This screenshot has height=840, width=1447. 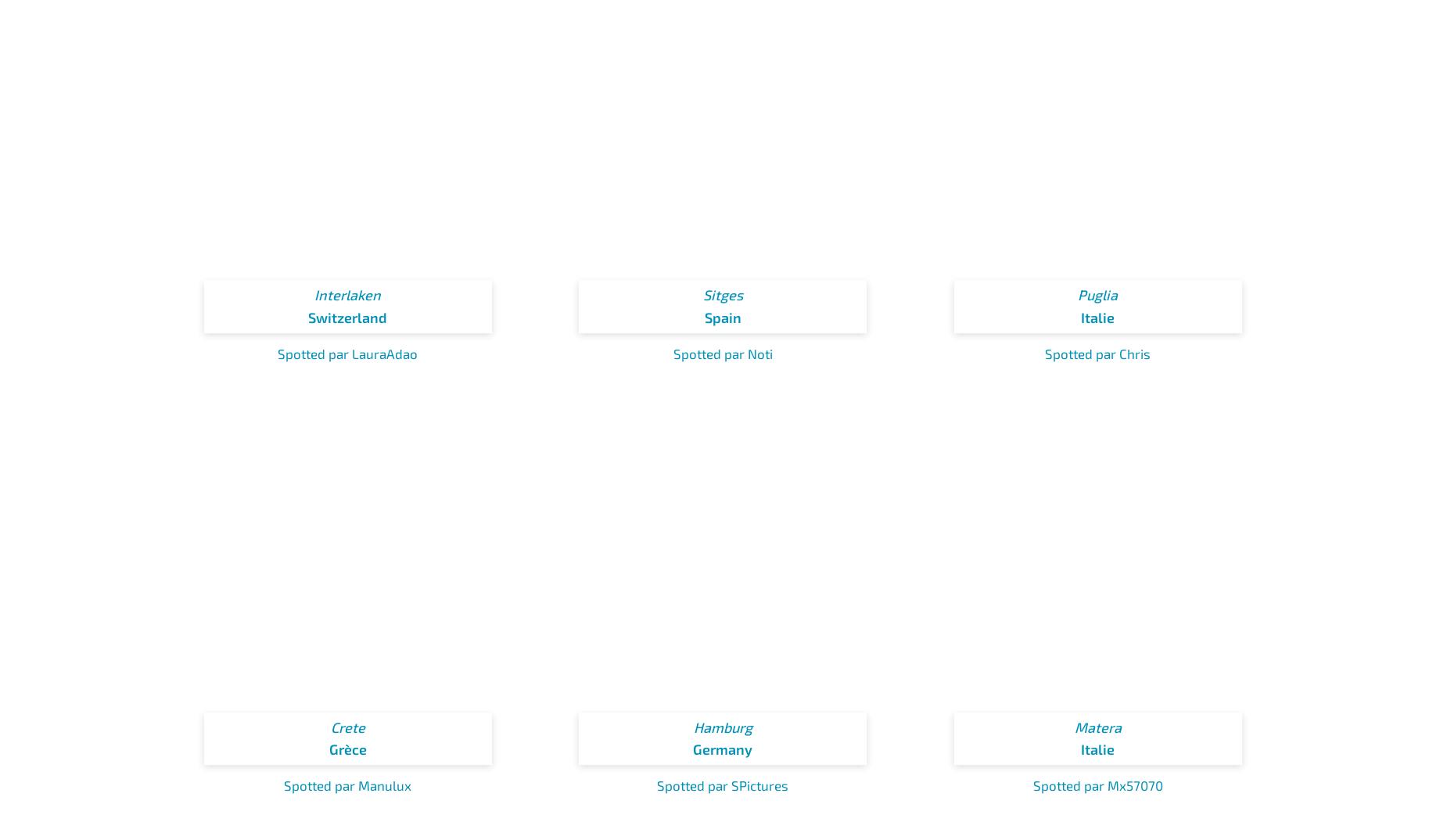 I want to click on 'Puglia', so click(x=1097, y=293).